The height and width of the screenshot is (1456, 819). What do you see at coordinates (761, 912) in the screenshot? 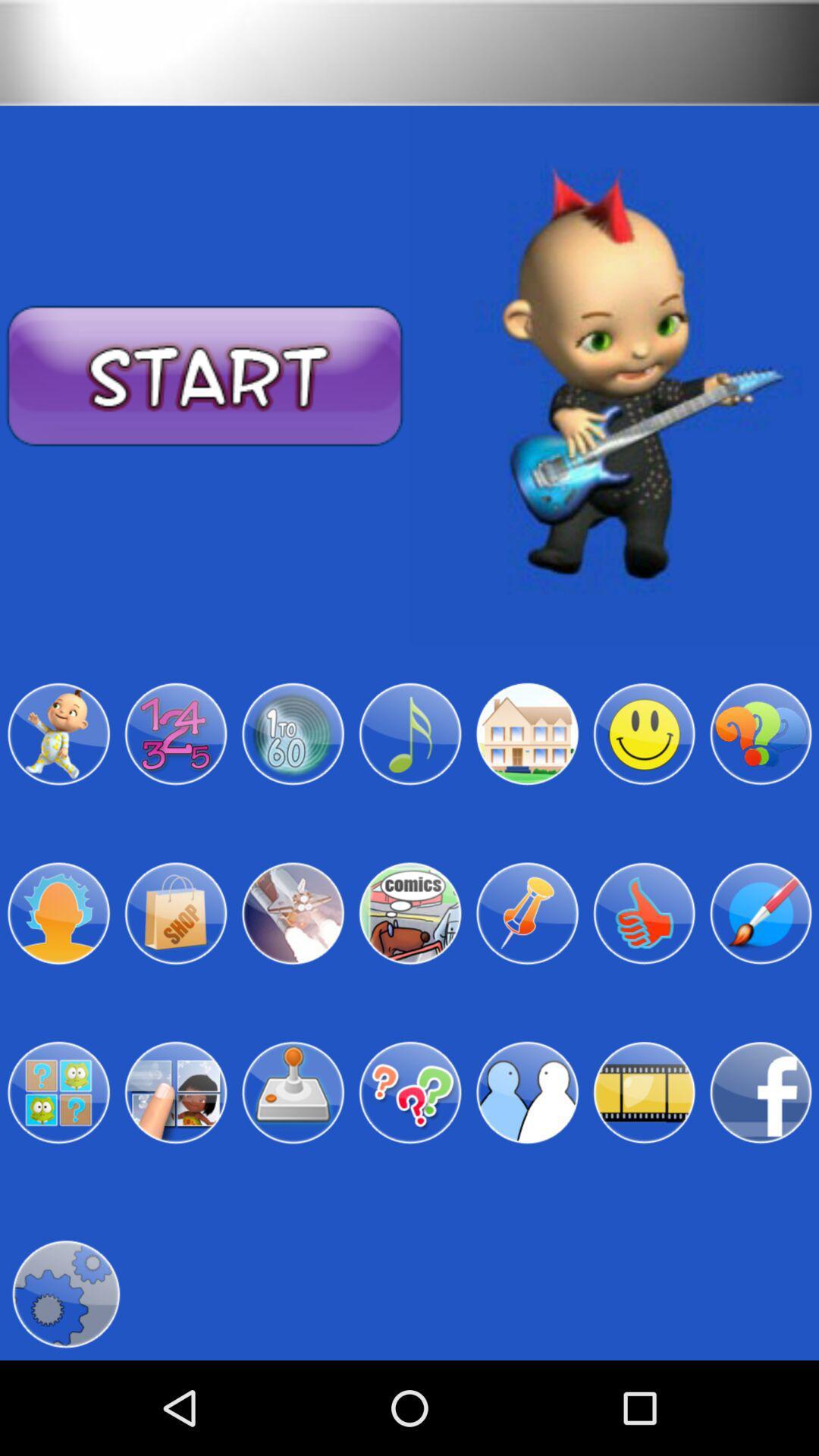
I see `orange box flashing for selecting icon` at bounding box center [761, 912].